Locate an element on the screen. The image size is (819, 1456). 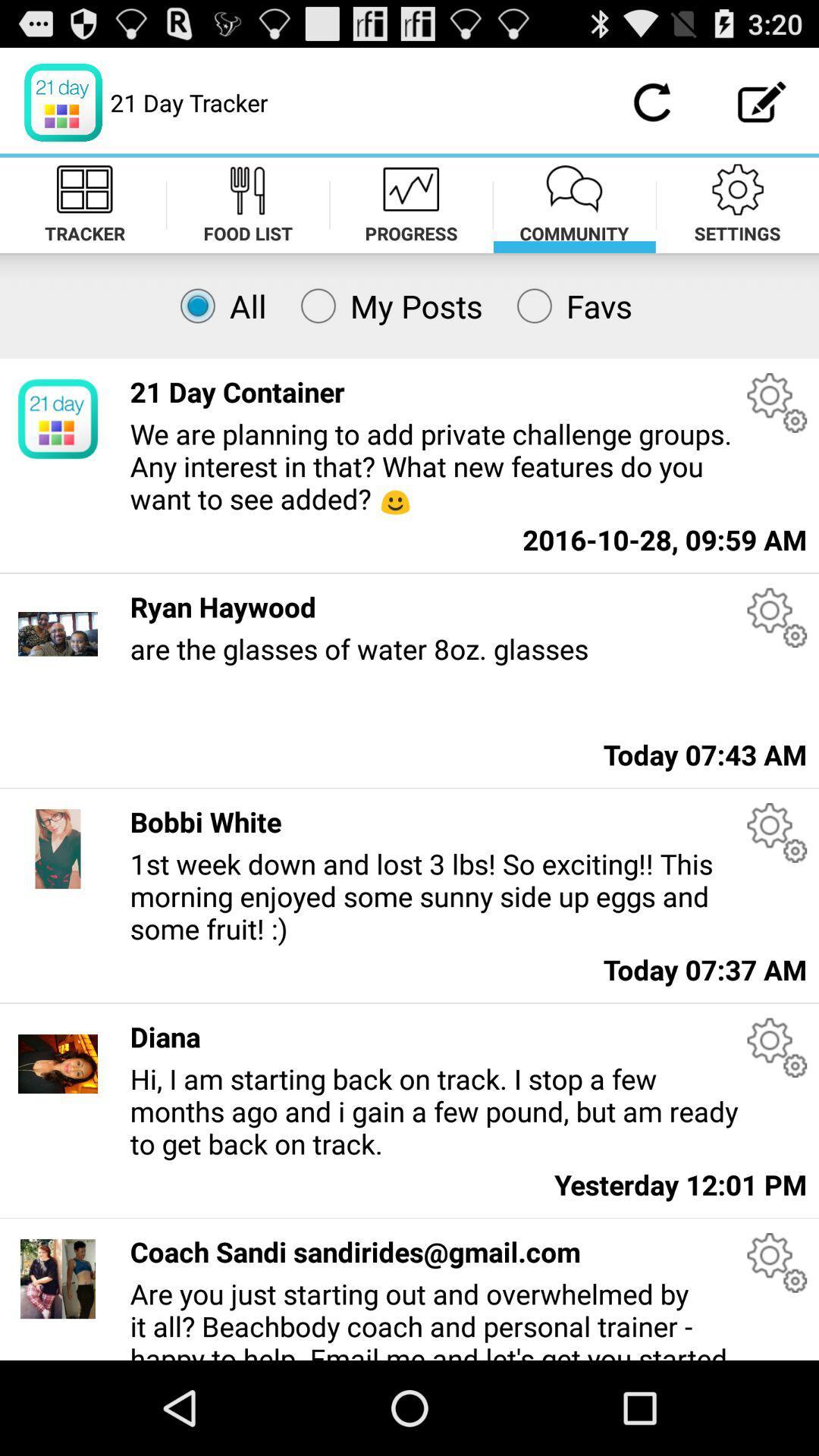
change settings is located at coordinates (777, 617).